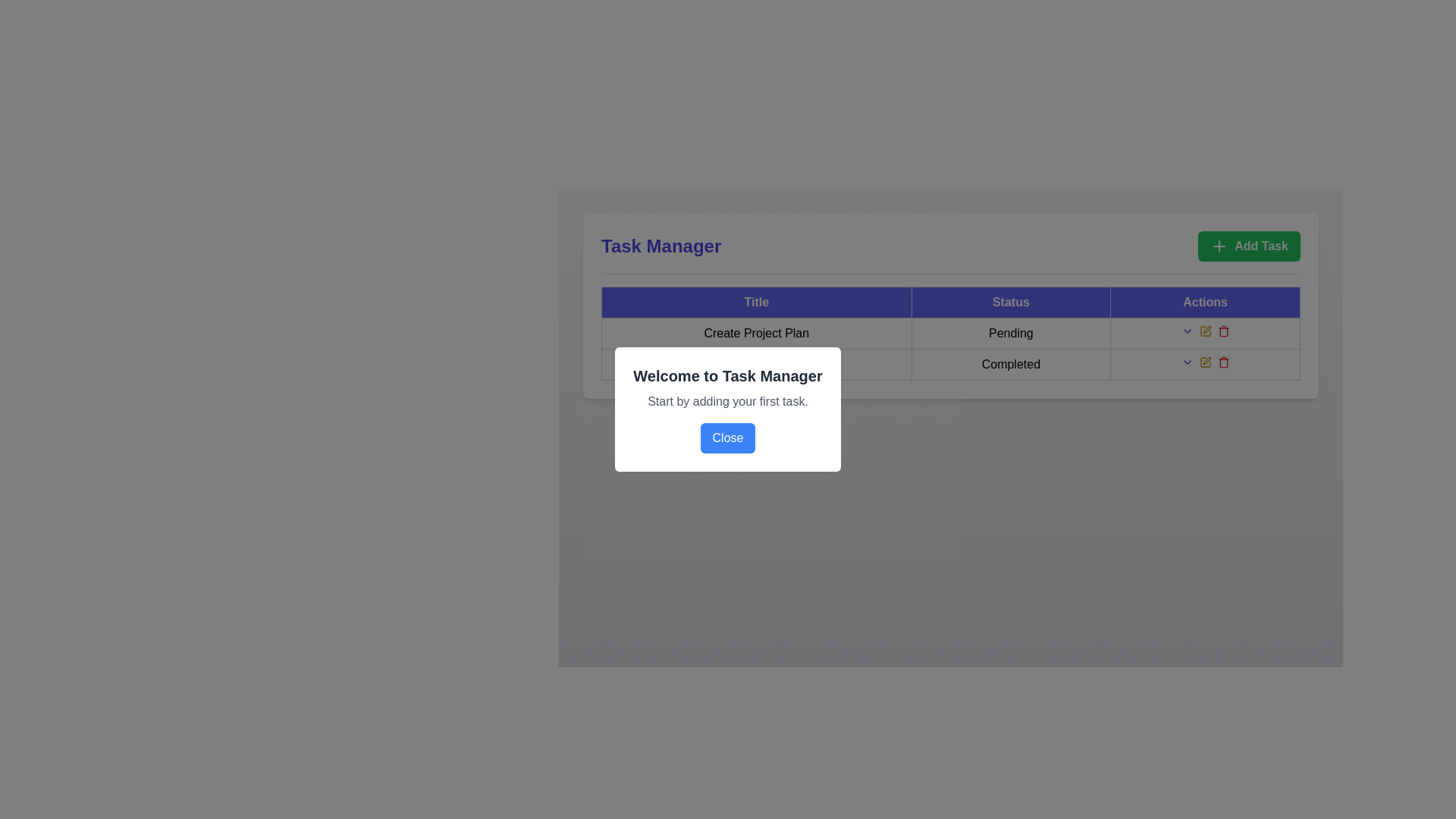  Describe the element at coordinates (1011, 365) in the screenshot. I see `text 'Completed' from the table cell in the 'Status' column for the task labeled 'Team Meeting'` at that location.